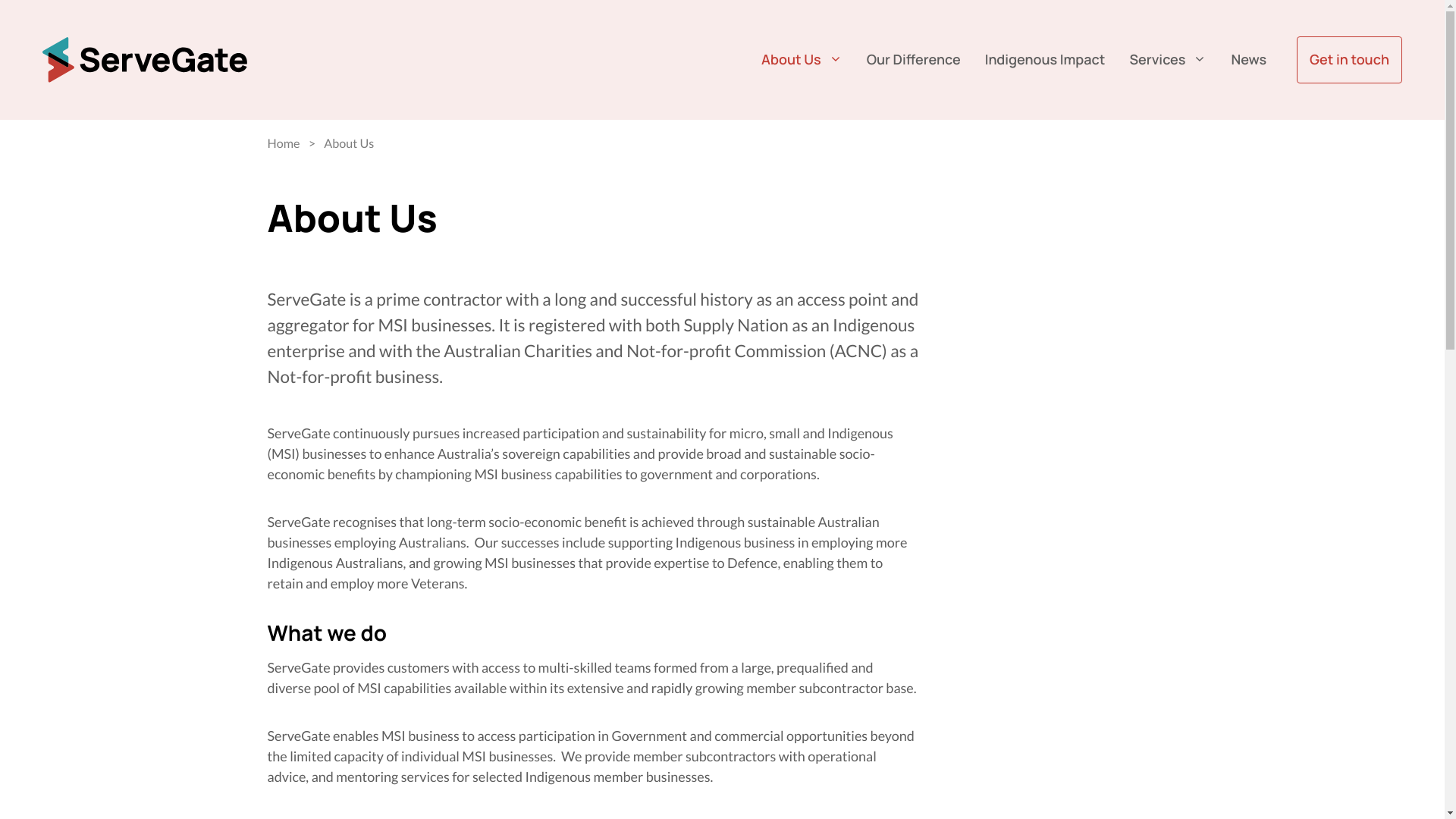 Image resolution: width=1456 pixels, height=819 pixels. What do you see at coordinates (145, 58) in the screenshot?
I see `'ServeGate'` at bounding box center [145, 58].